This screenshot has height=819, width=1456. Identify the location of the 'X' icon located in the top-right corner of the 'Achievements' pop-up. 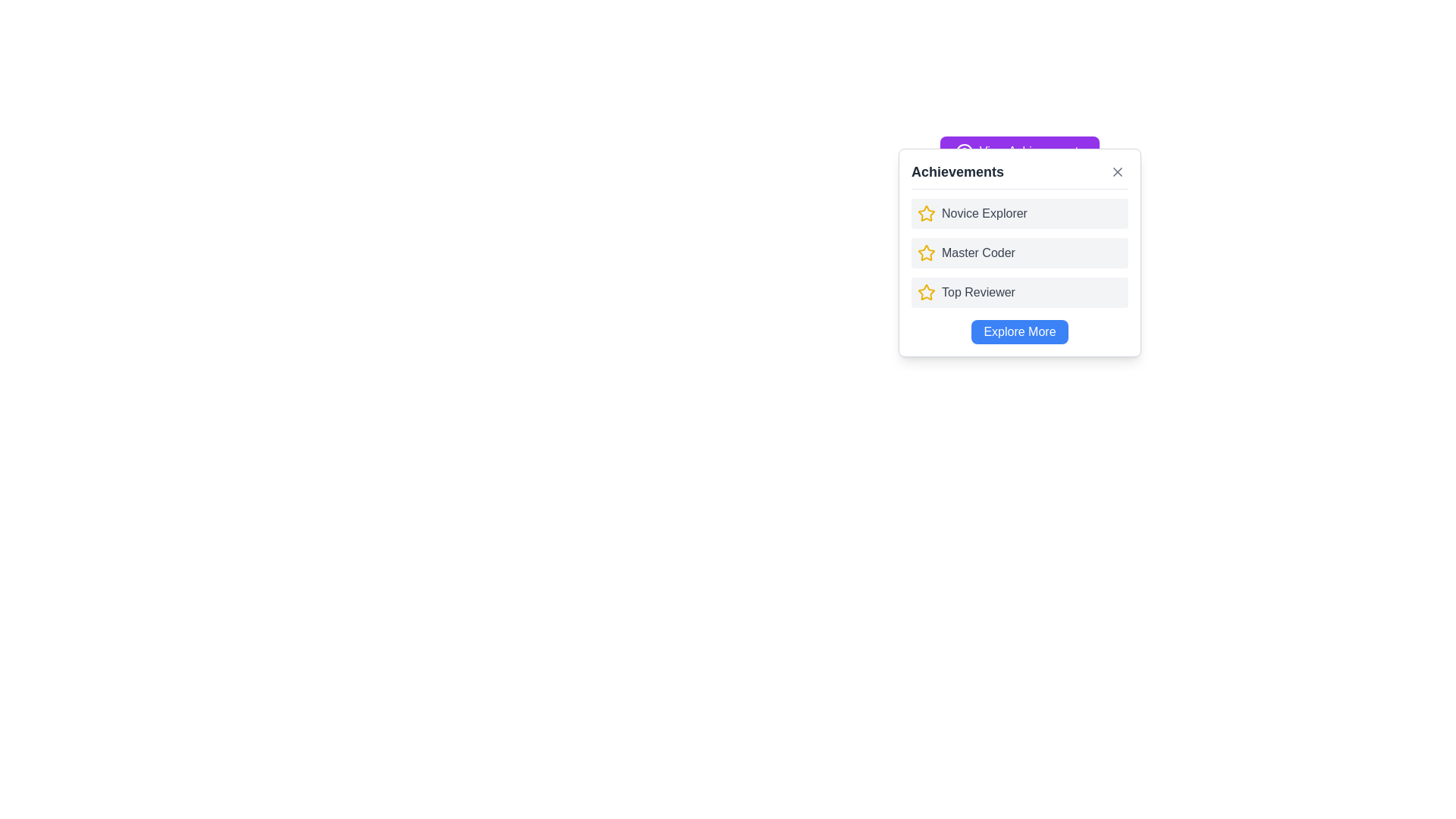
(1117, 171).